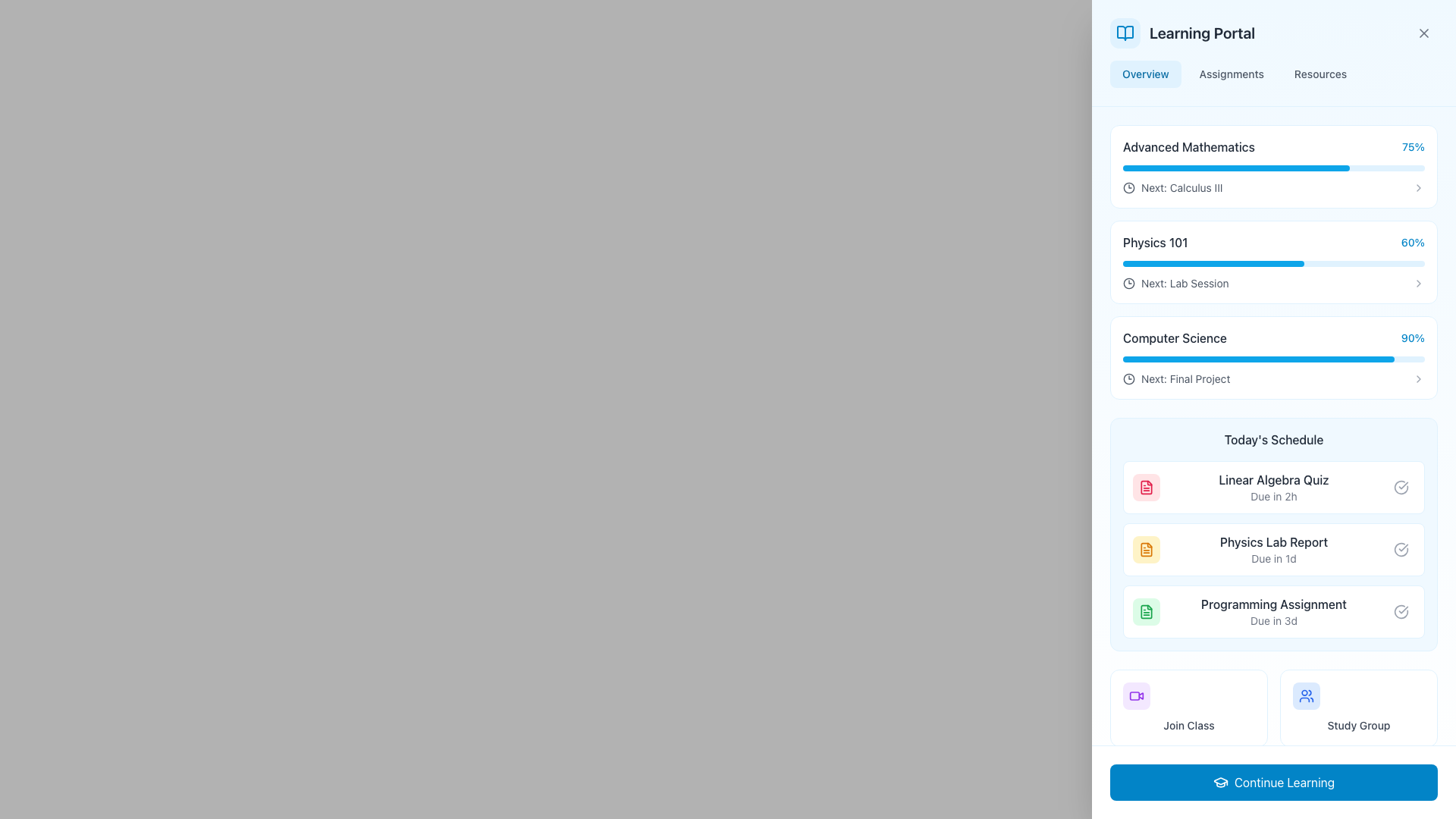  Describe the element at coordinates (1128, 378) in the screenshot. I see `the SVG circle component of the clock icon, which symbolizes time-relevant information, located next to the course subject text` at that location.